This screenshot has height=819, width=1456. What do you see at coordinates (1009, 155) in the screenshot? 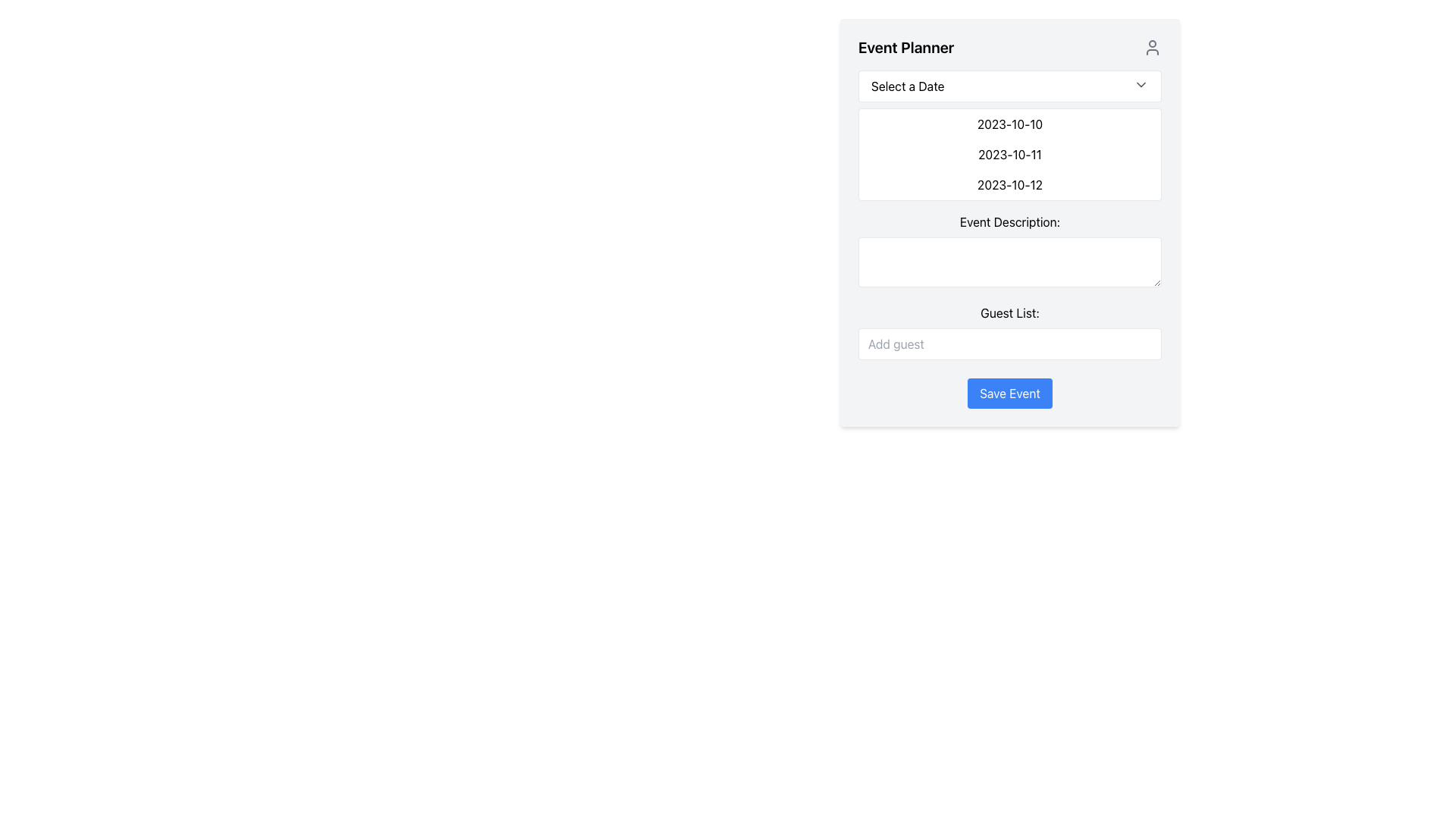
I see `the second date option in the date selection dropdown menu` at bounding box center [1009, 155].